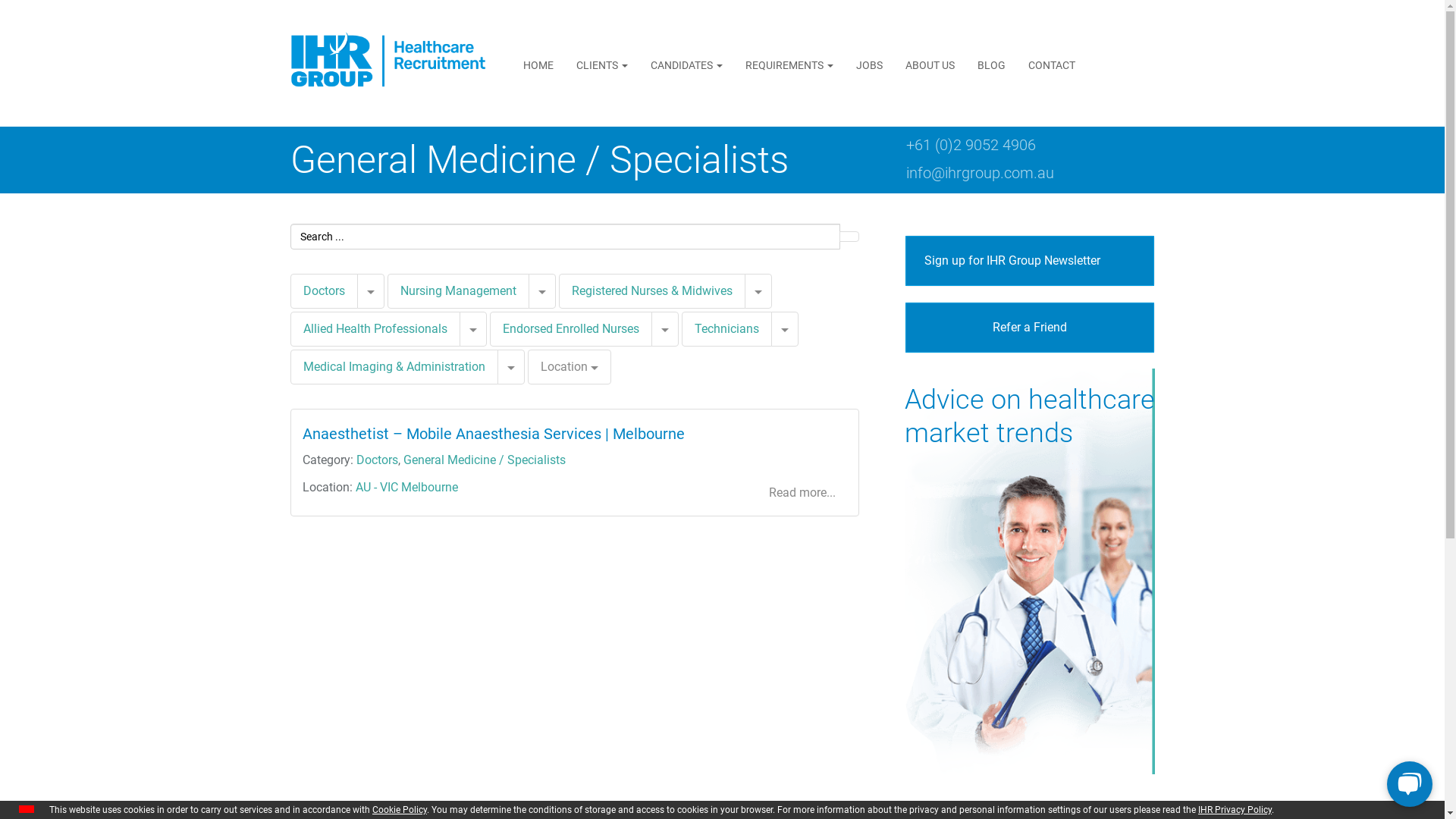  I want to click on 'Technicians', so click(694, 328).